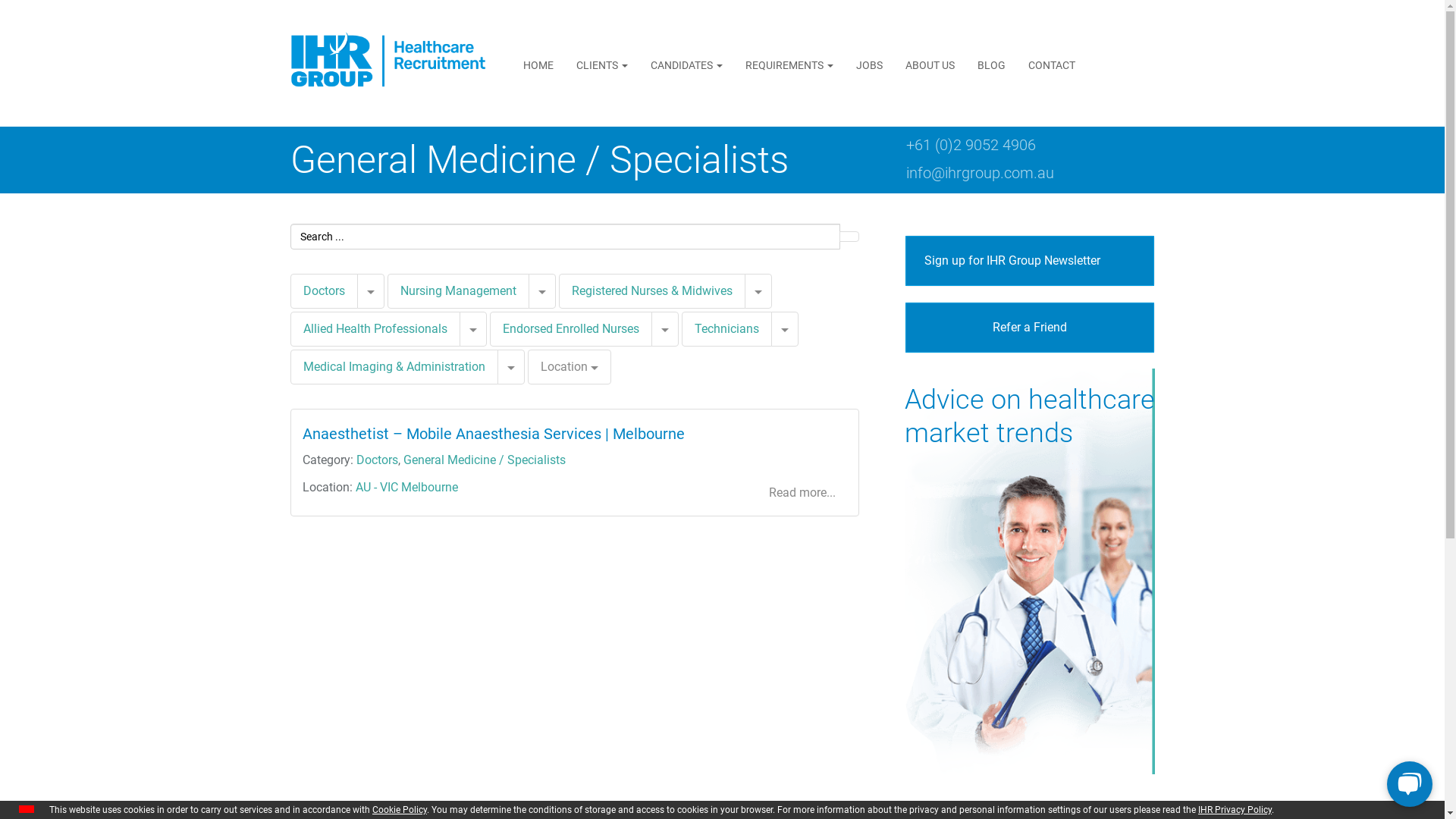  I want to click on 'Technicians', so click(694, 328).